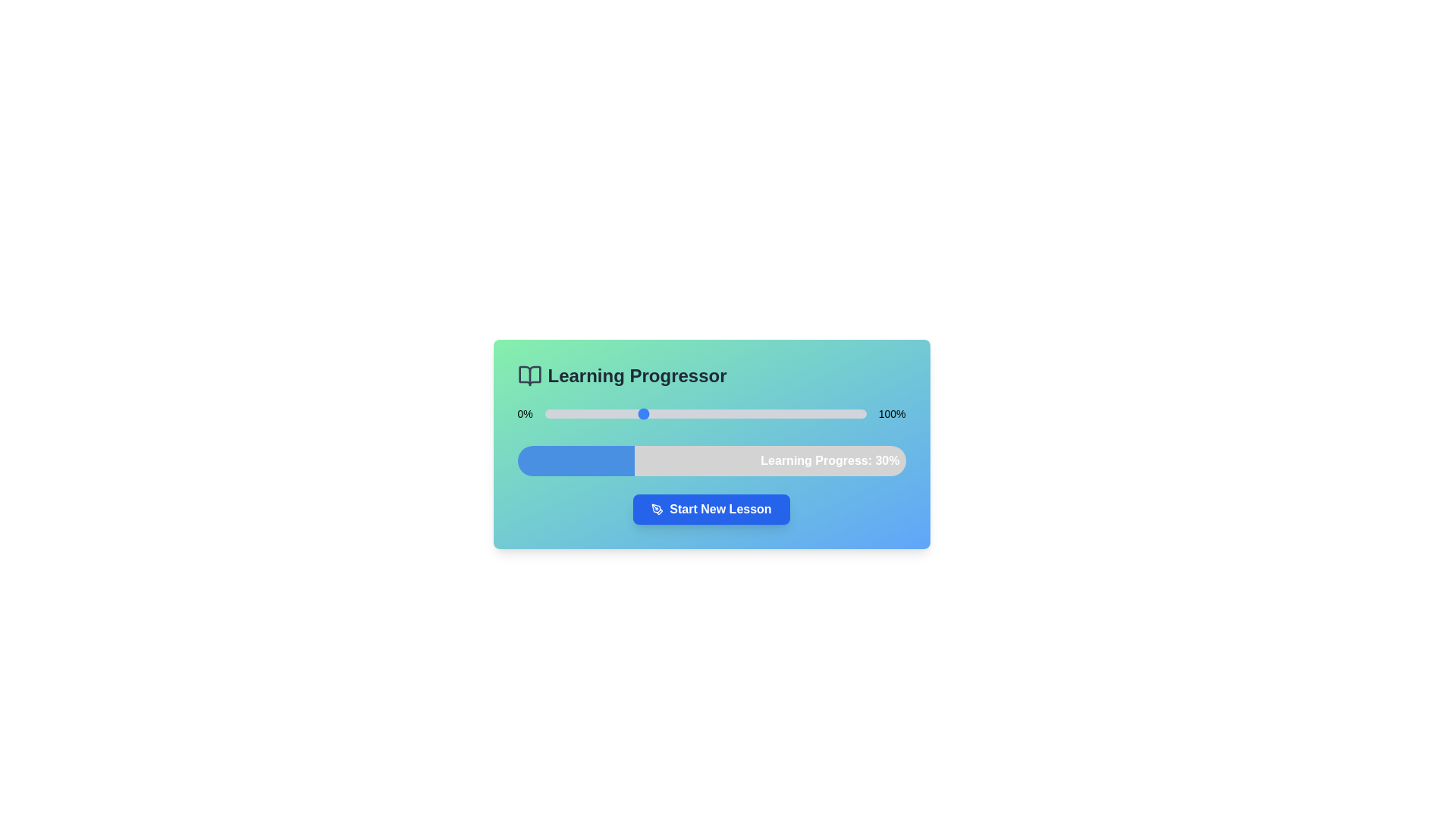 The height and width of the screenshot is (819, 1456). I want to click on the slider to set the learning progress to 36%, so click(661, 414).